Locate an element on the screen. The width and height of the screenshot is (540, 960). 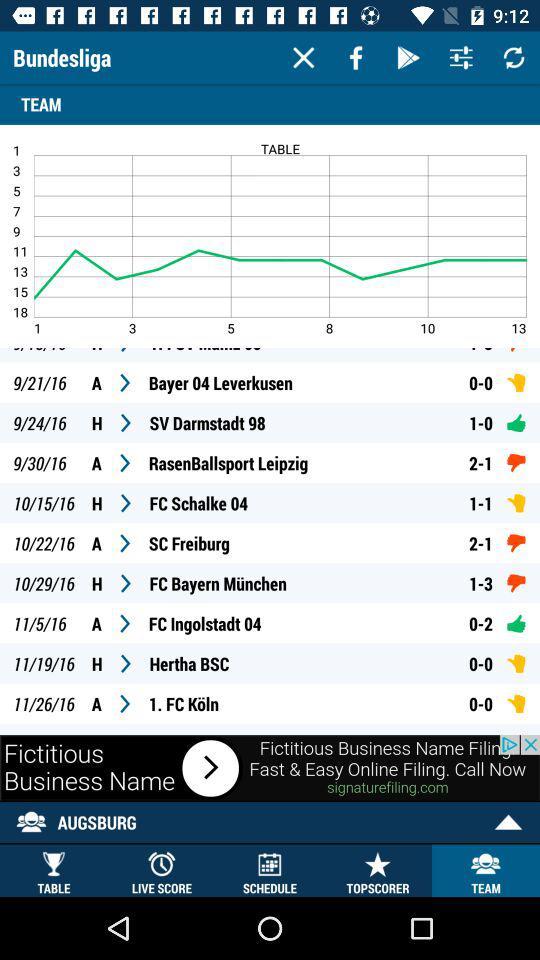
the play icon is located at coordinates (407, 56).